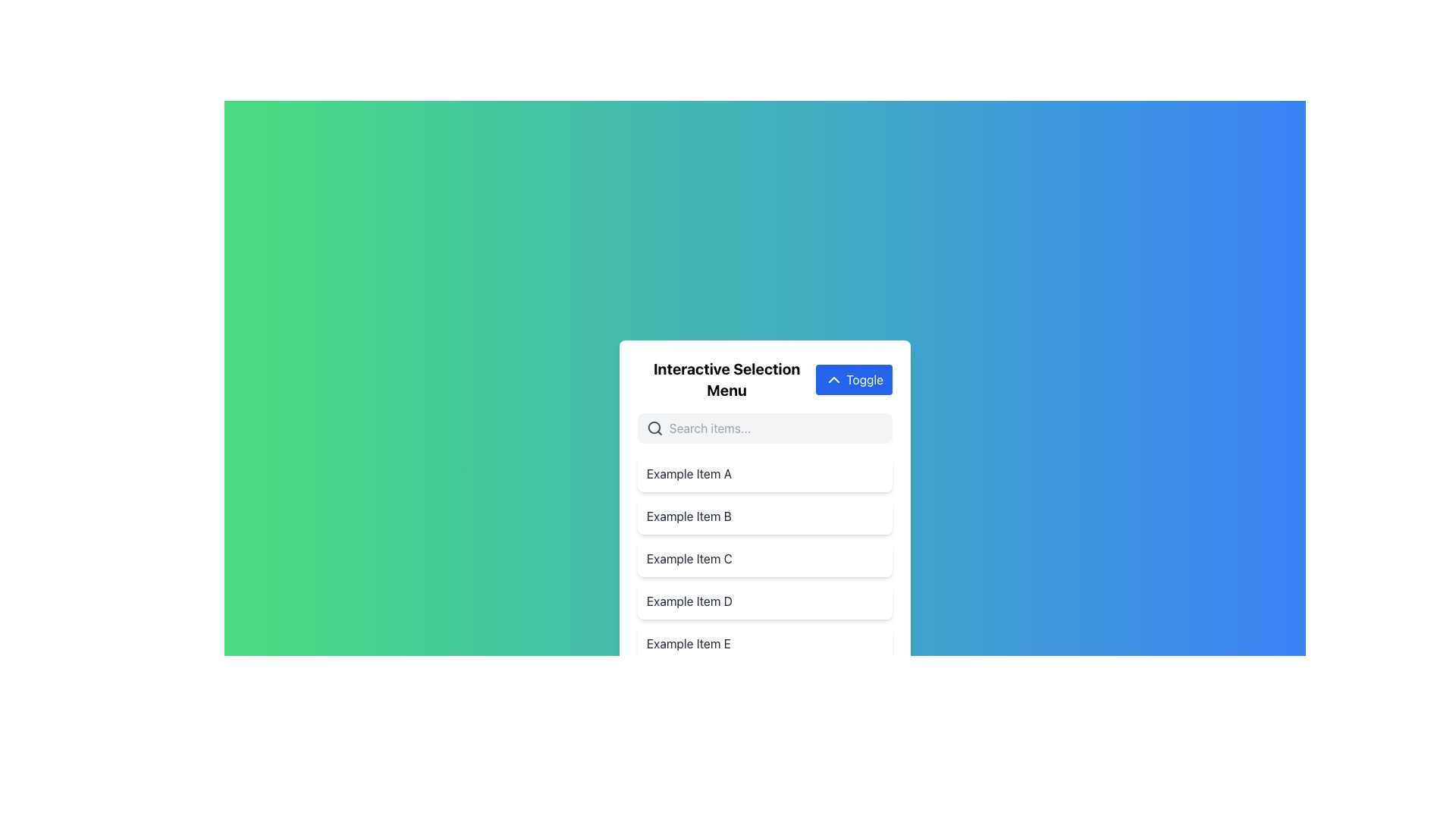  I want to click on the chevron up arrow icon within the 'Toggle' button, so click(833, 379).